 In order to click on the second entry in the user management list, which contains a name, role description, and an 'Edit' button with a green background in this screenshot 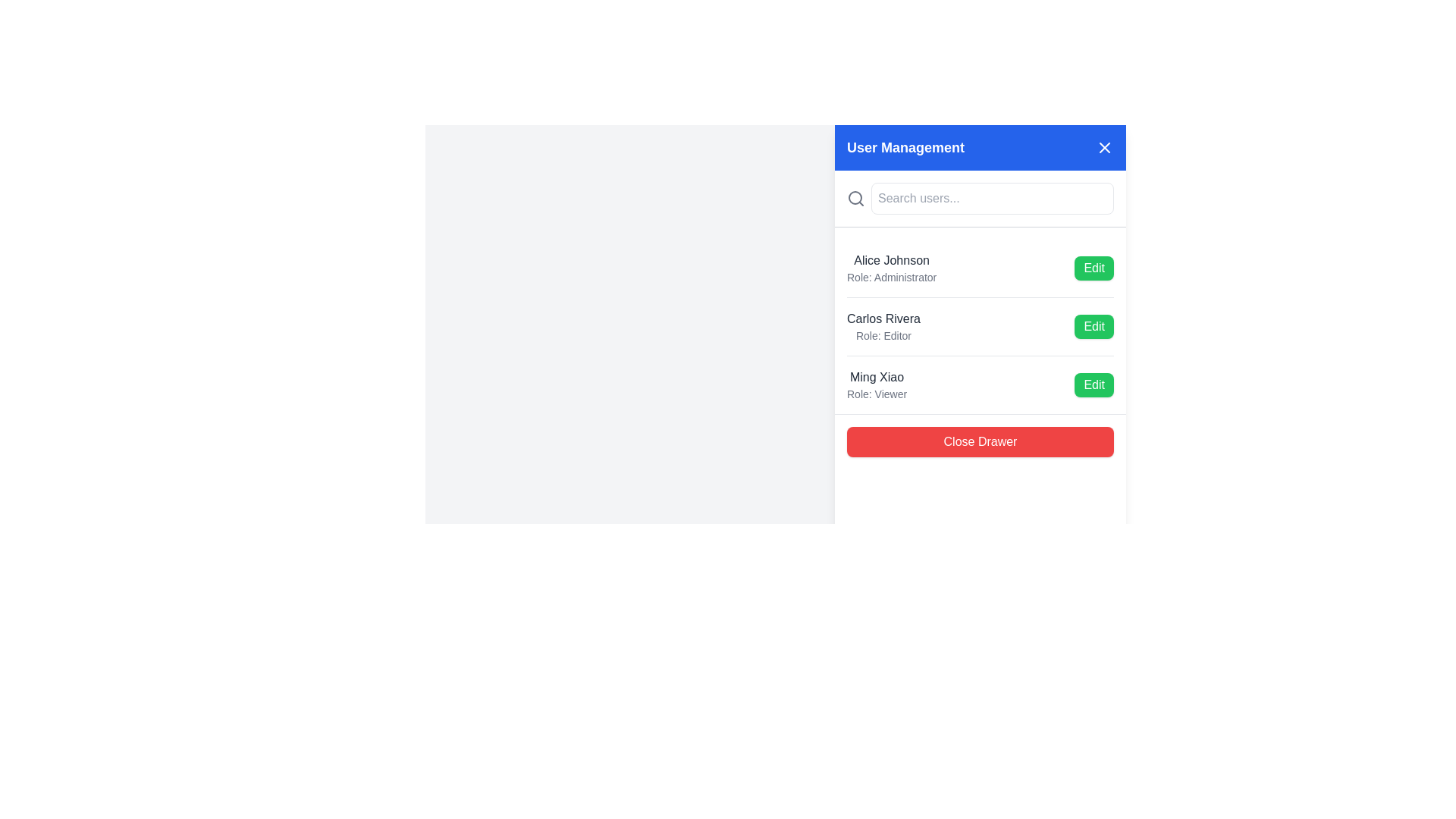, I will do `click(980, 320)`.